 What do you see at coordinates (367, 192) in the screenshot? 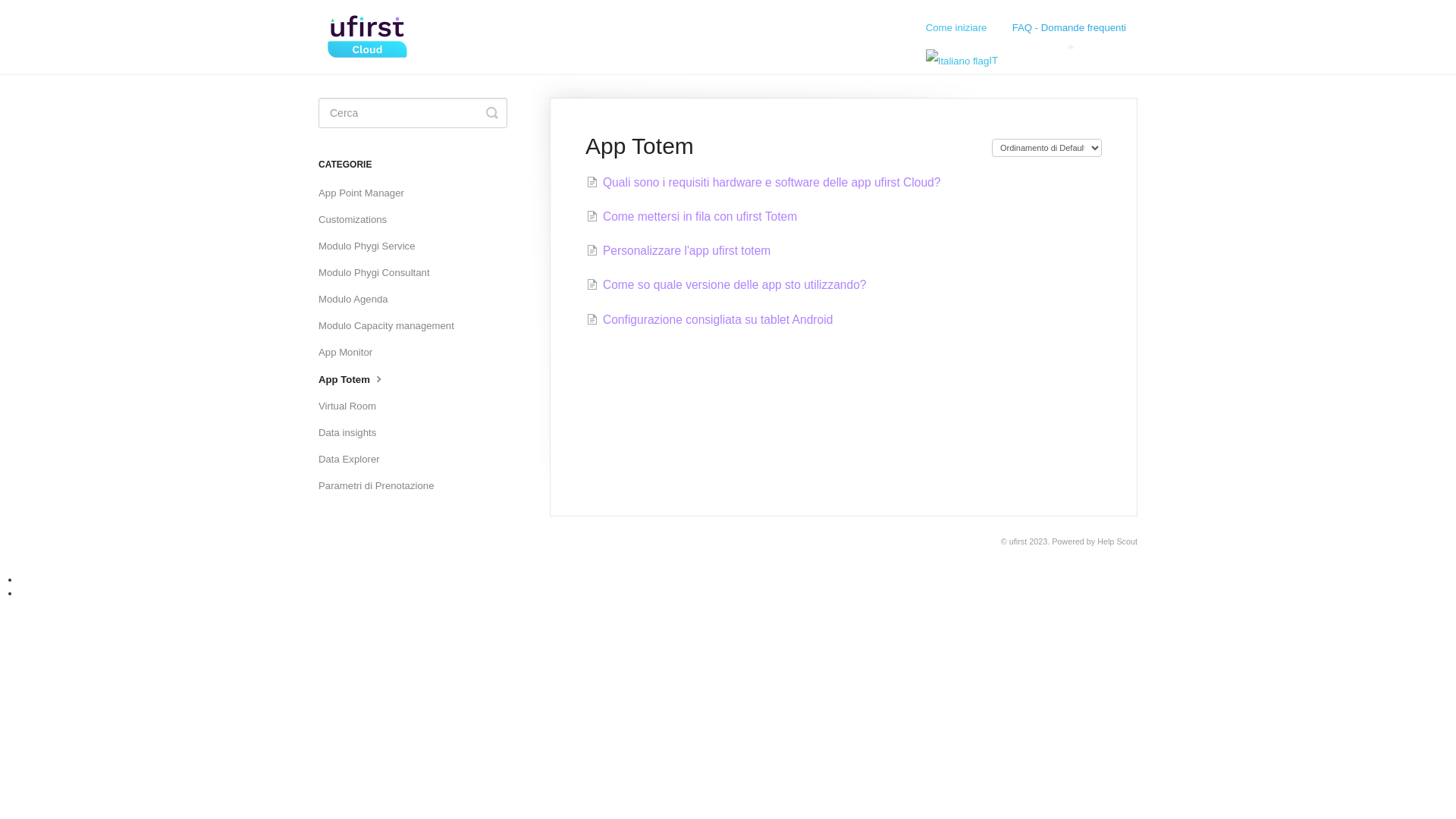
I see `'App Point Manager'` at bounding box center [367, 192].